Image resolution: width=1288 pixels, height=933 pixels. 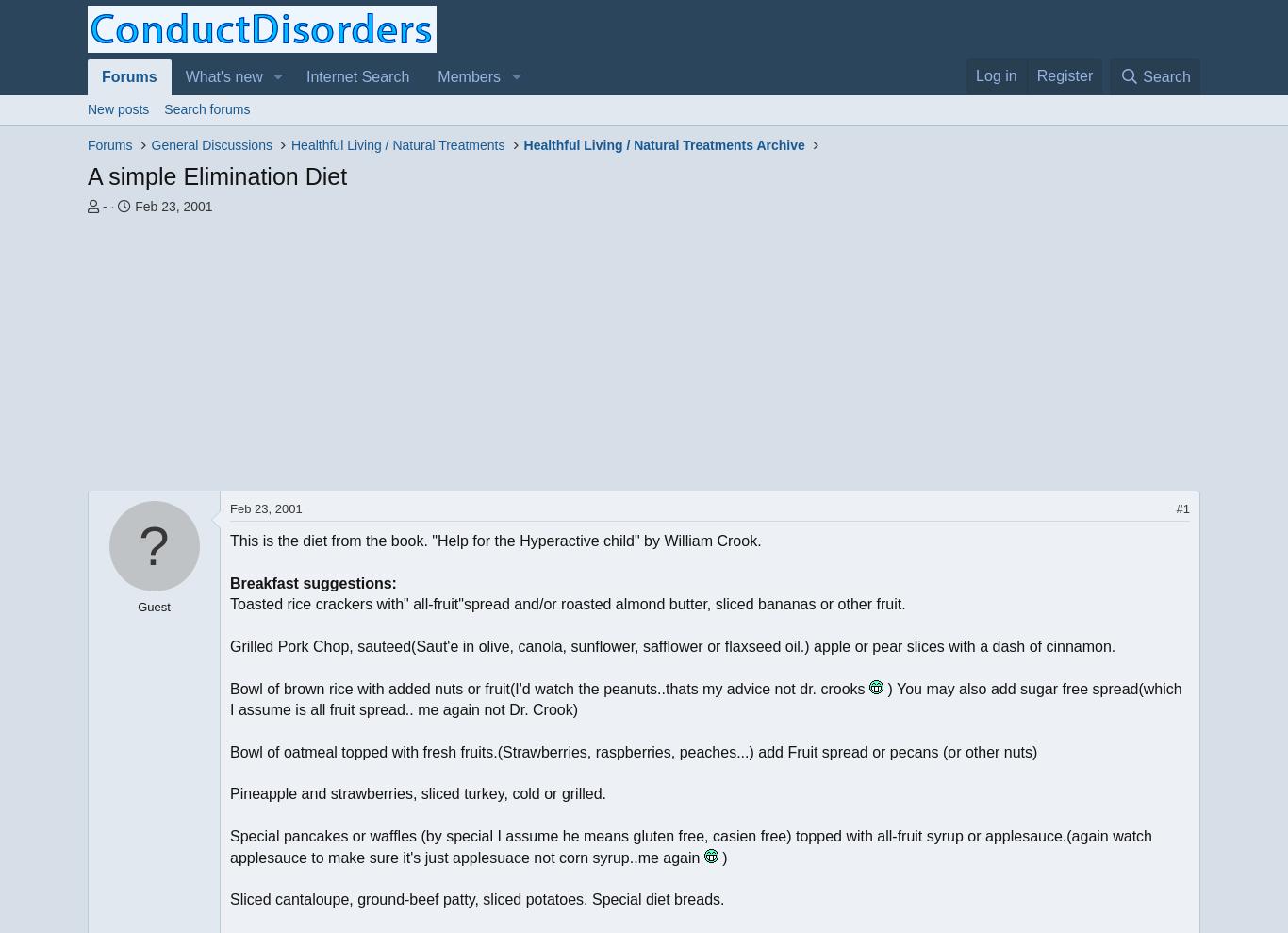 I want to click on 'Grilled Pork Chop, sauteed(Saut'e in olive, canola, sunflower, safflower or flaxseed oil.) apple or pear slices with a dash of cinnamon.', so click(x=672, y=644).